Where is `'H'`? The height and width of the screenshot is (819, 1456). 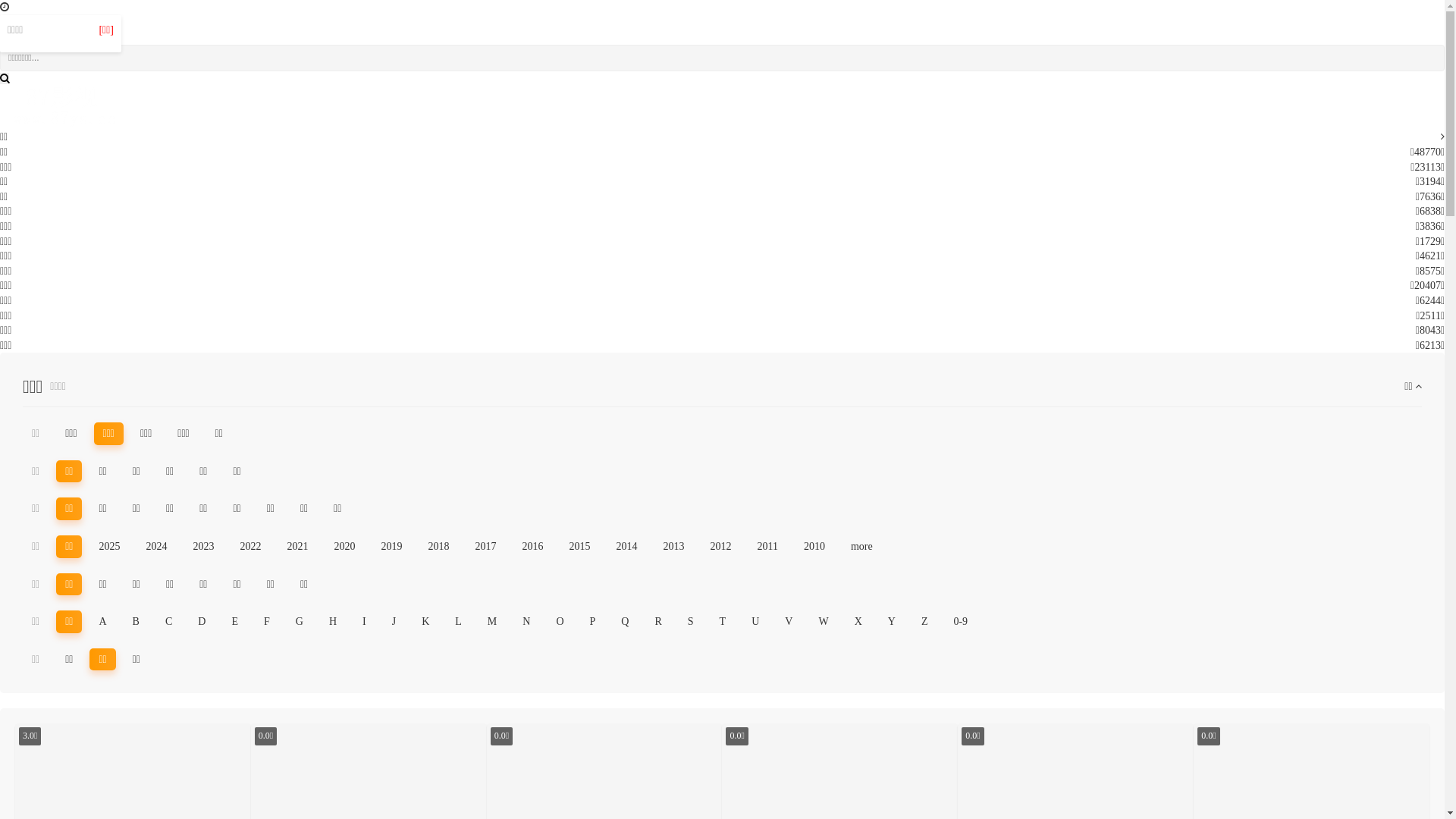 'H' is located at coordinates (331, 622).